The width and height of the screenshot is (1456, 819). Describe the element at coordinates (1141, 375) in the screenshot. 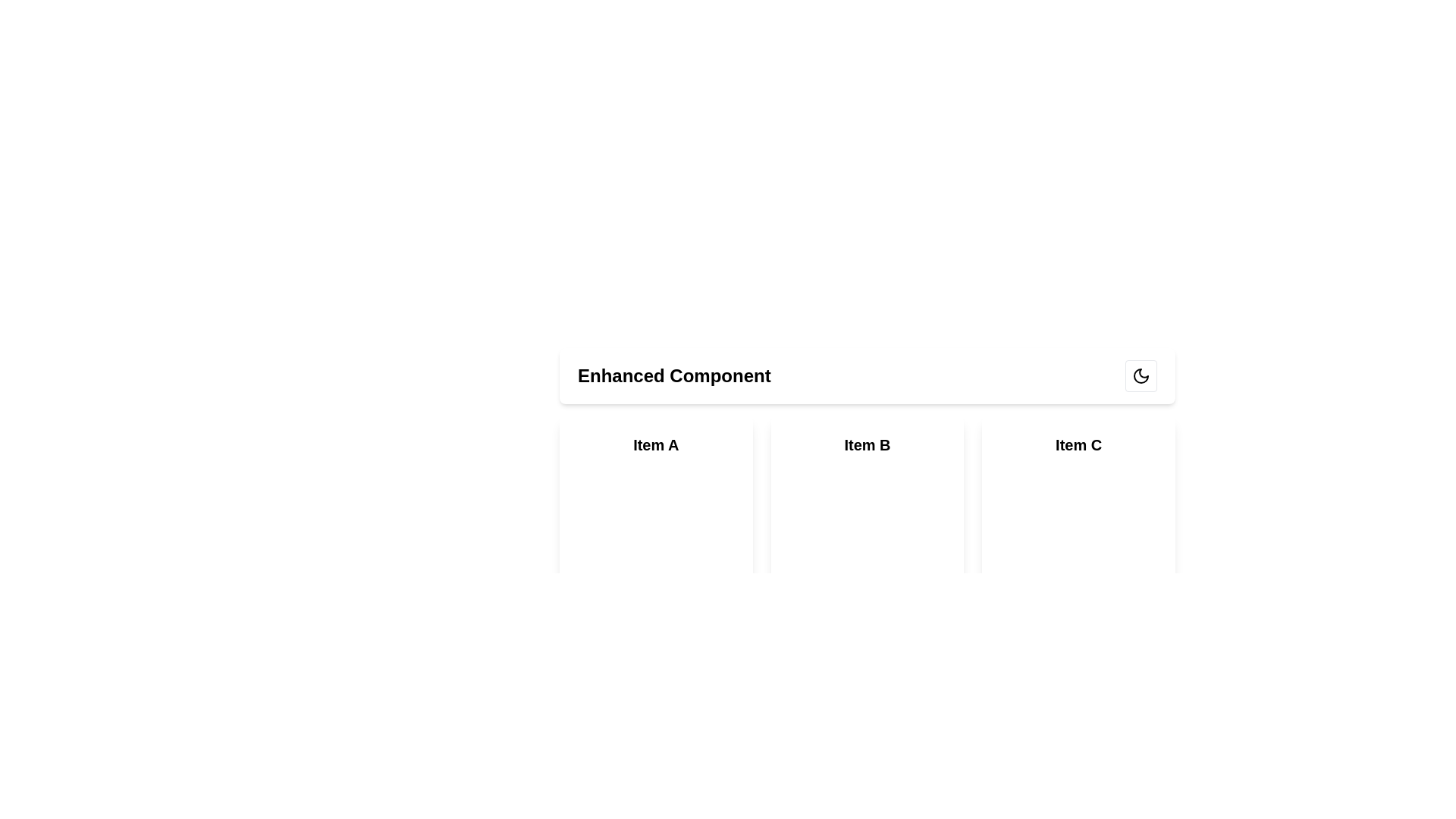

I see `the crescent moon icon located at the top-right corner of the interface, next to the header 'Enhanced Component'` at that location.